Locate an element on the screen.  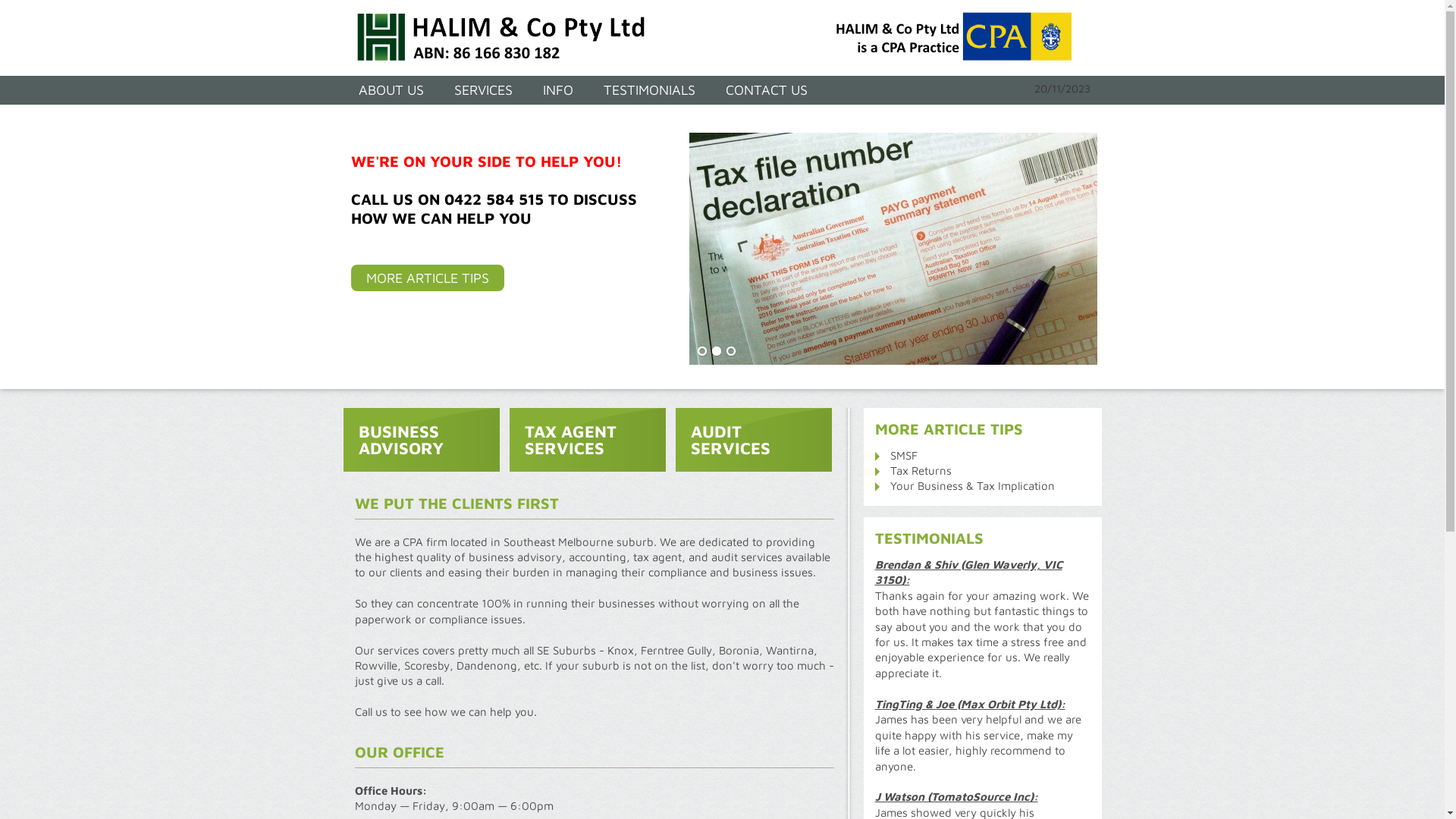
'TAX AGENT SERVICES' is located at coordinates (586, 439).